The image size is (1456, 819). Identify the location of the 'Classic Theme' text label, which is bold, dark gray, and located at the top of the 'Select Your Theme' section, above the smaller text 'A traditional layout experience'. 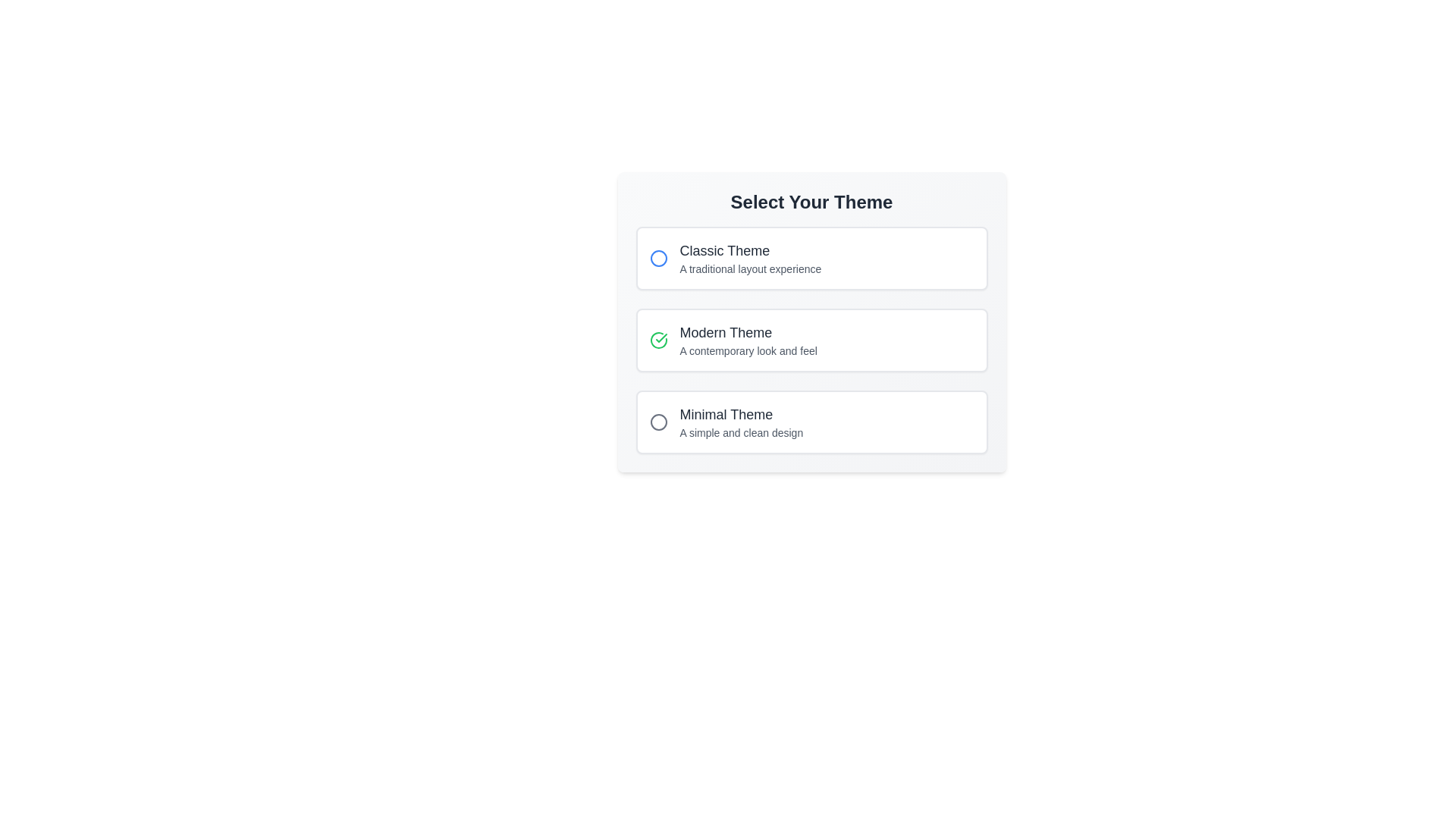
(750, 250).